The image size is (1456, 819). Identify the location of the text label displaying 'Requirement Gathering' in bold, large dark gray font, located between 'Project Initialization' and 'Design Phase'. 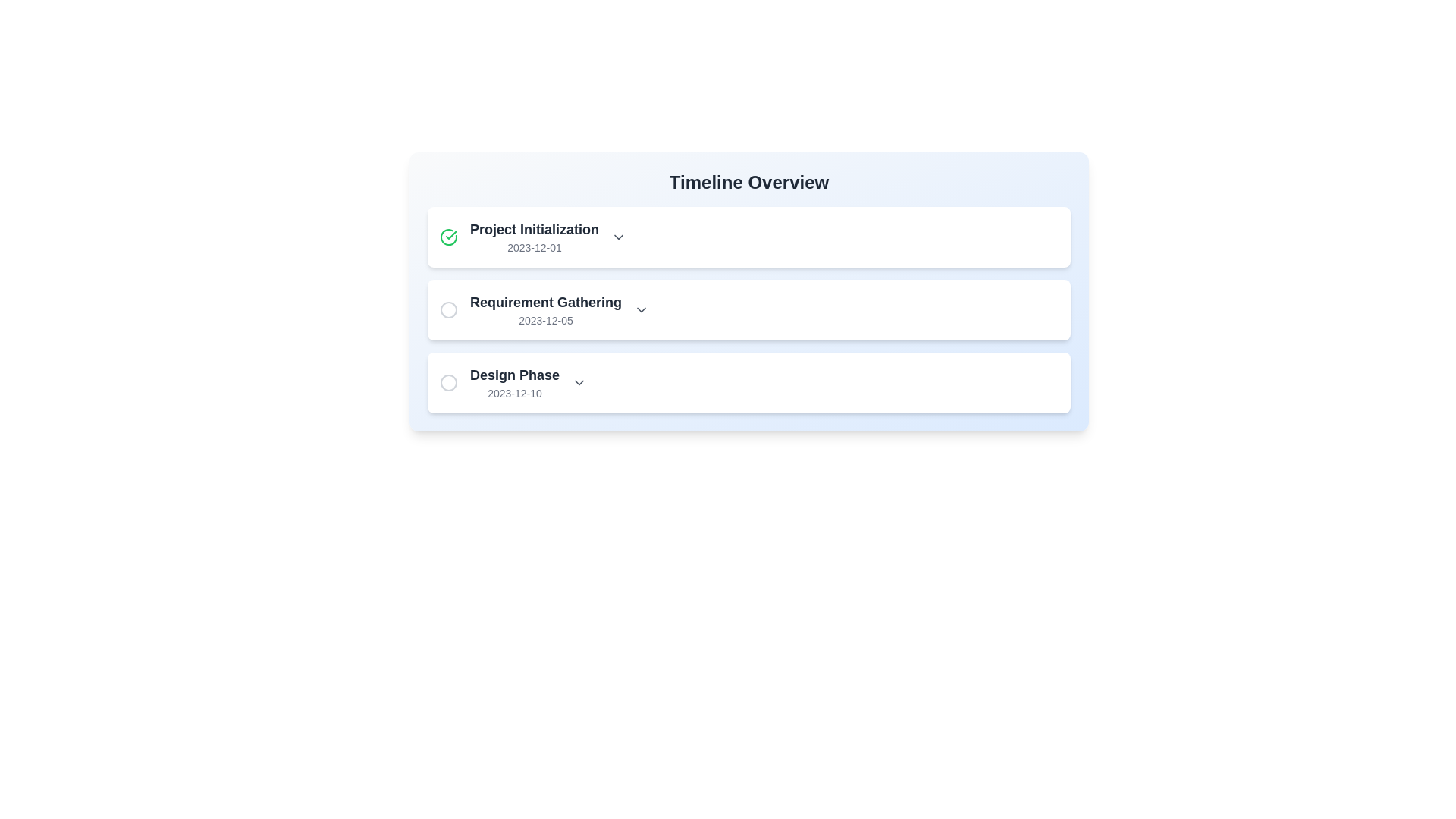
(546, 302).